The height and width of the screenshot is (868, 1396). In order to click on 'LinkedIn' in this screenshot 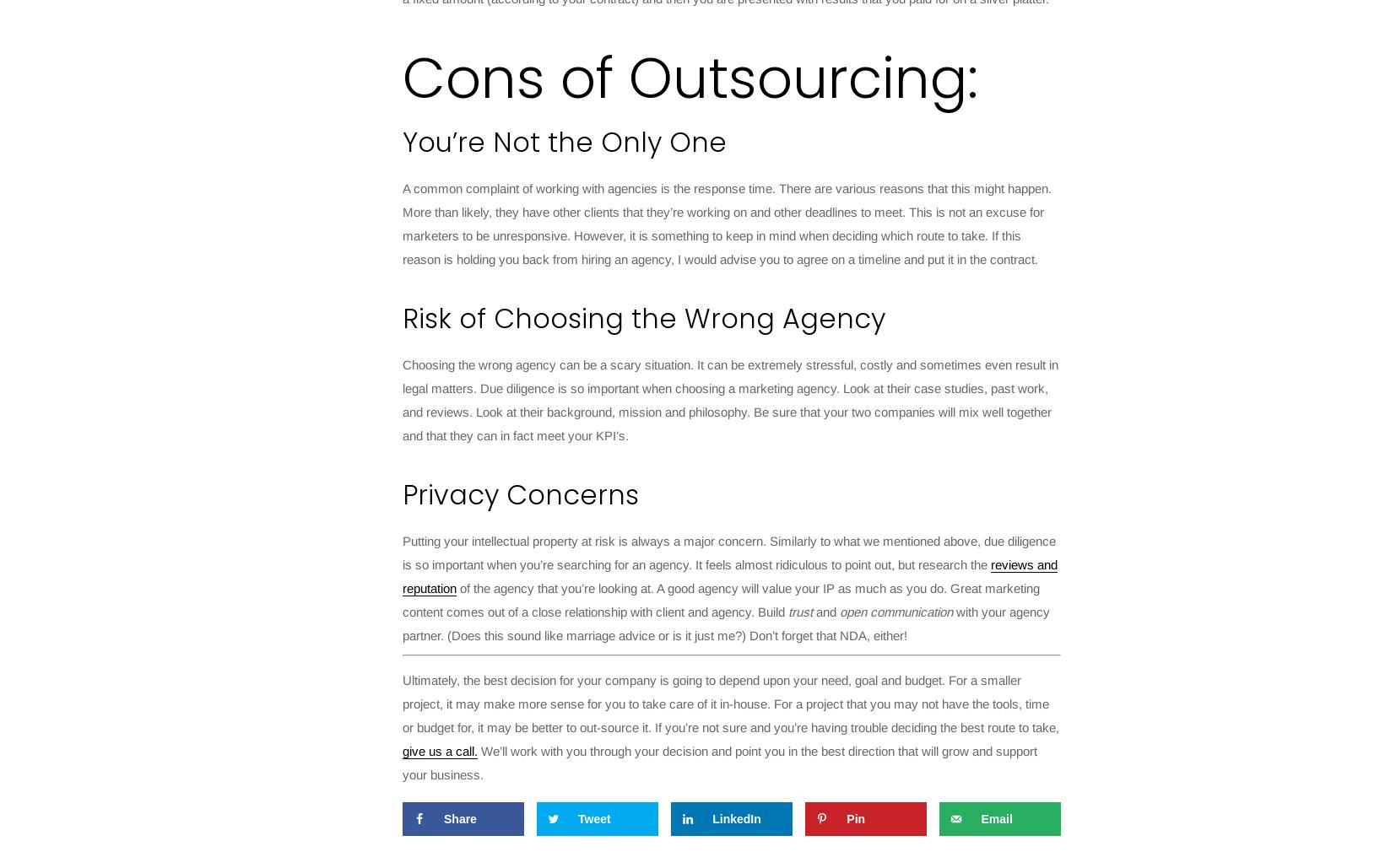, I will do `click(735, 817)`.